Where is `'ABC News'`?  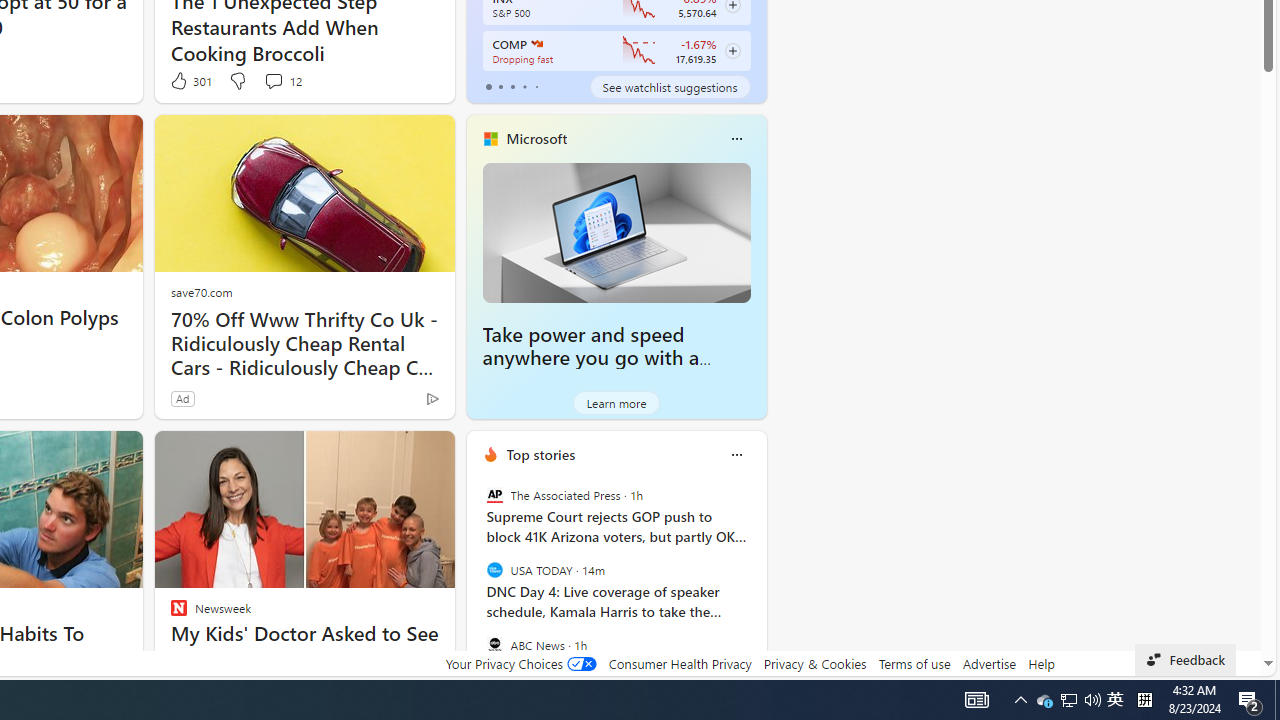 'ABC News' is located at coordinates (494, 644).